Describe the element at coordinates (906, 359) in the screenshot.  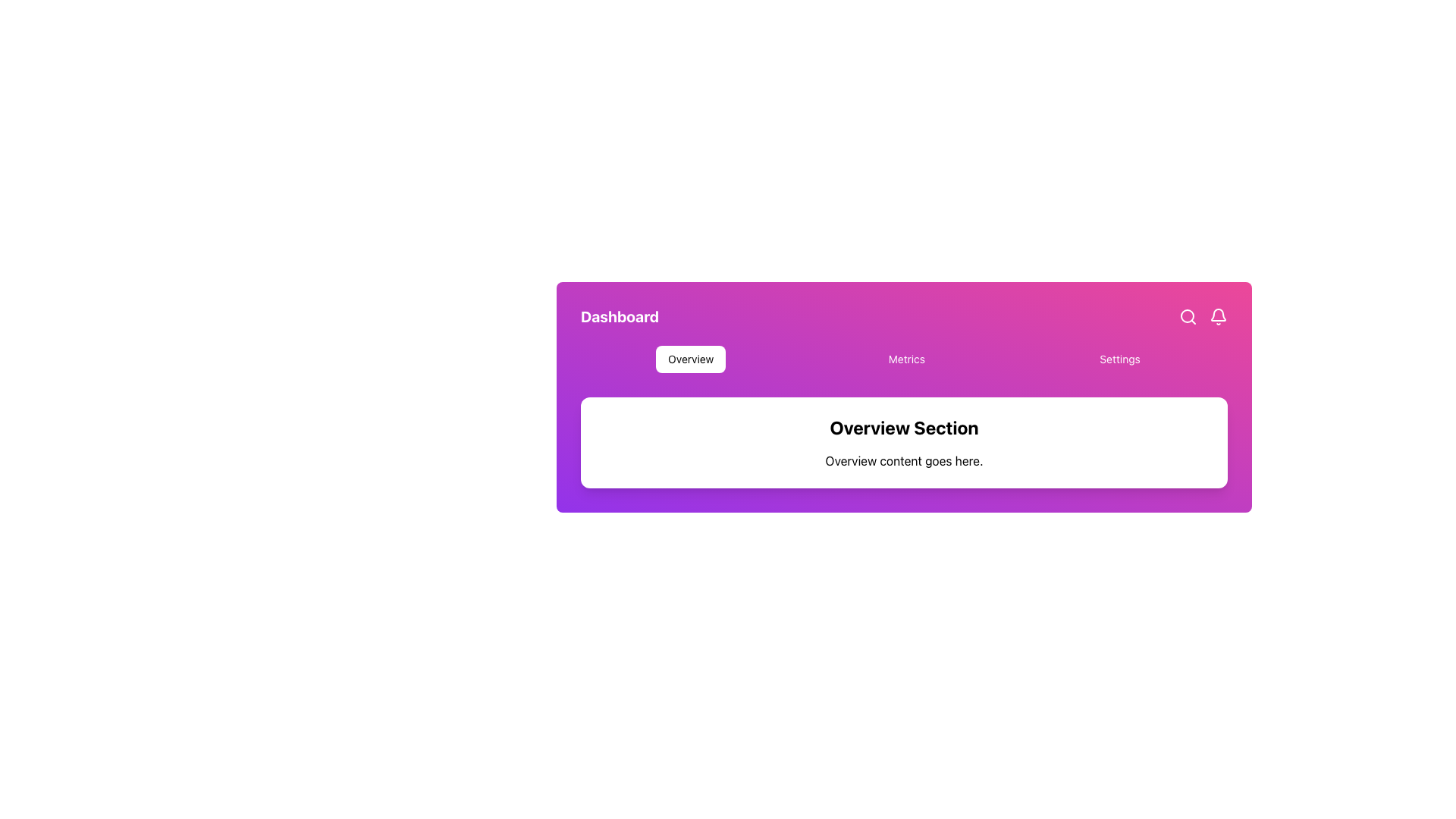
I see `the centrally placed 'Metrics' button in the navigation header` at that location.